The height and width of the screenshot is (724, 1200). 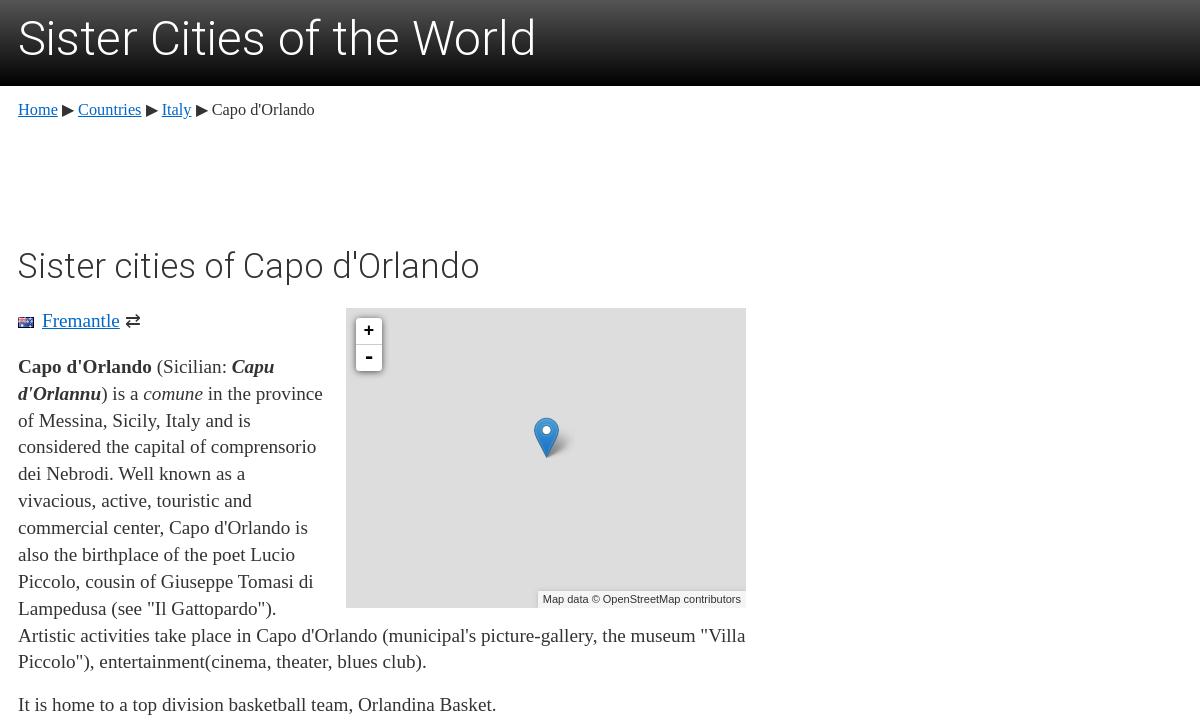 What do you see at coordinates (160, 107) in the screenshot?
I see `'Italy'` at bounding box center [160, 107].